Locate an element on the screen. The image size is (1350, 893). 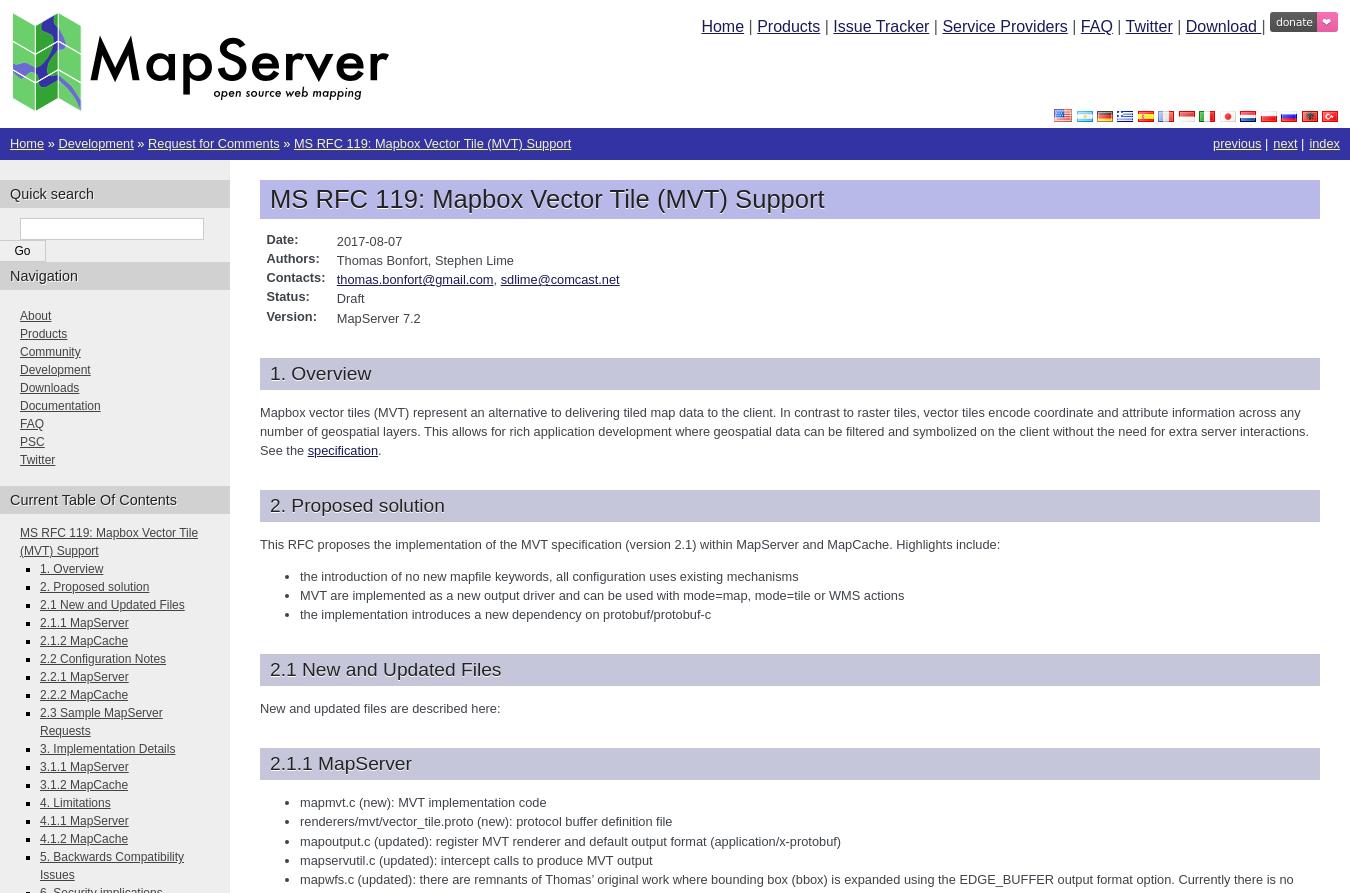
'next' is located at coordinates (1285, 143).